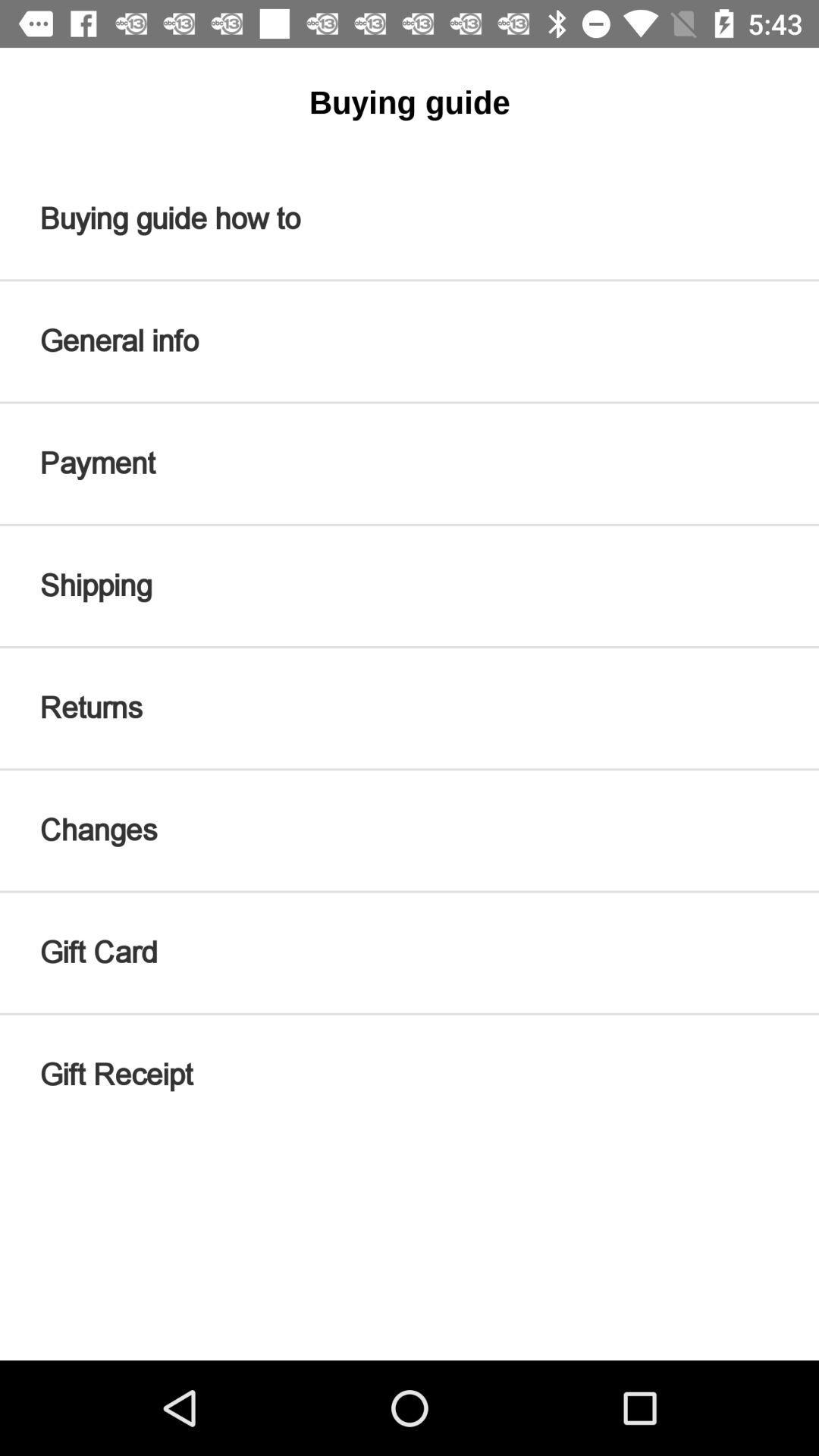 The width and height of the screenshot is (819, 1456). What do you see at coordinates (409, 952) in the screenshot?
I see `the item above gift receipt icon` at bounding box center [409, 952].